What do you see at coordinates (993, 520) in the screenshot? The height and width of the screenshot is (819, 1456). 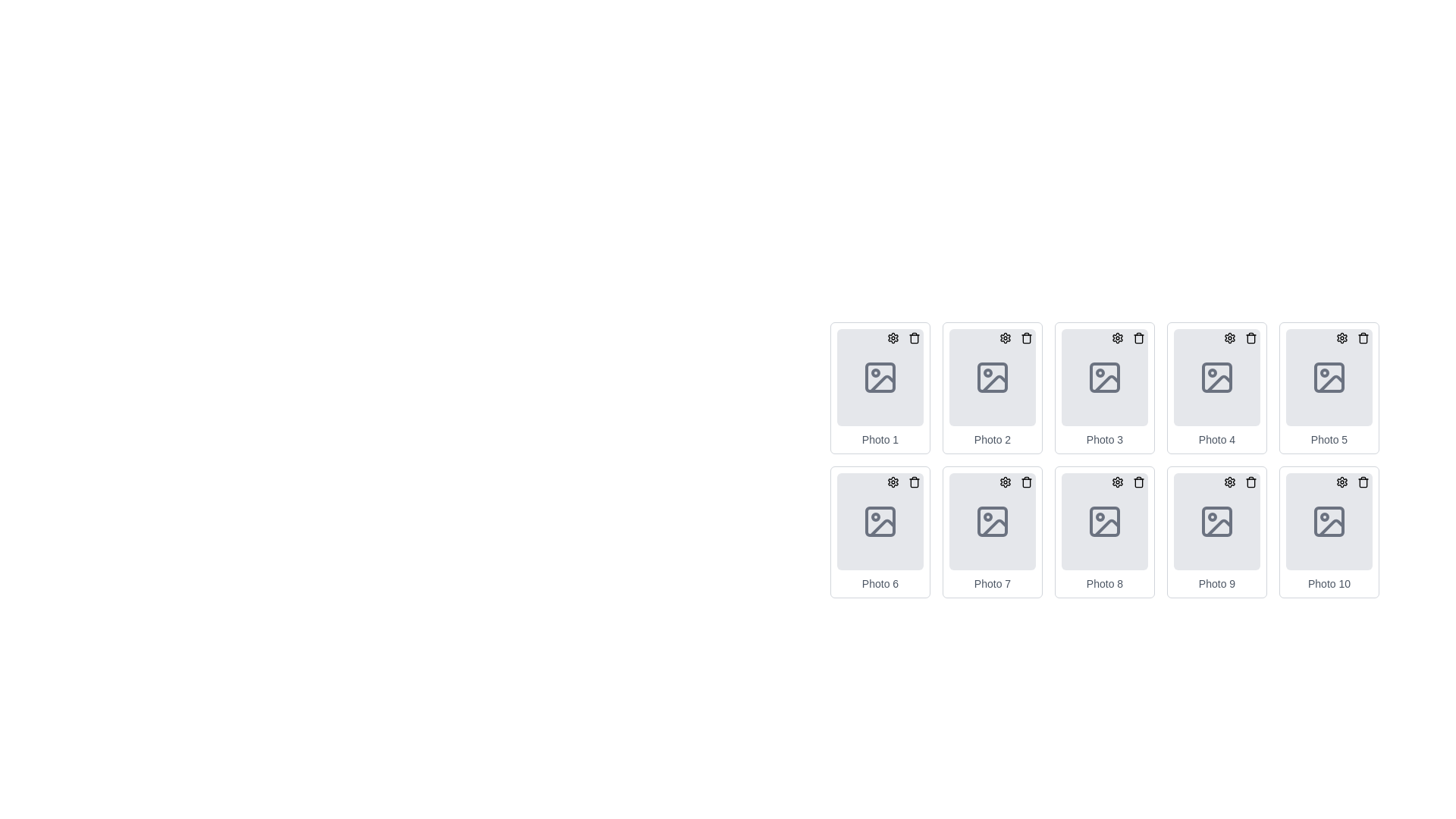 I see `the light gray square with rounded corners that is part of the 'Photo 7' icon, located in the second row and second column of the grid` at bounding box center [993, 520].